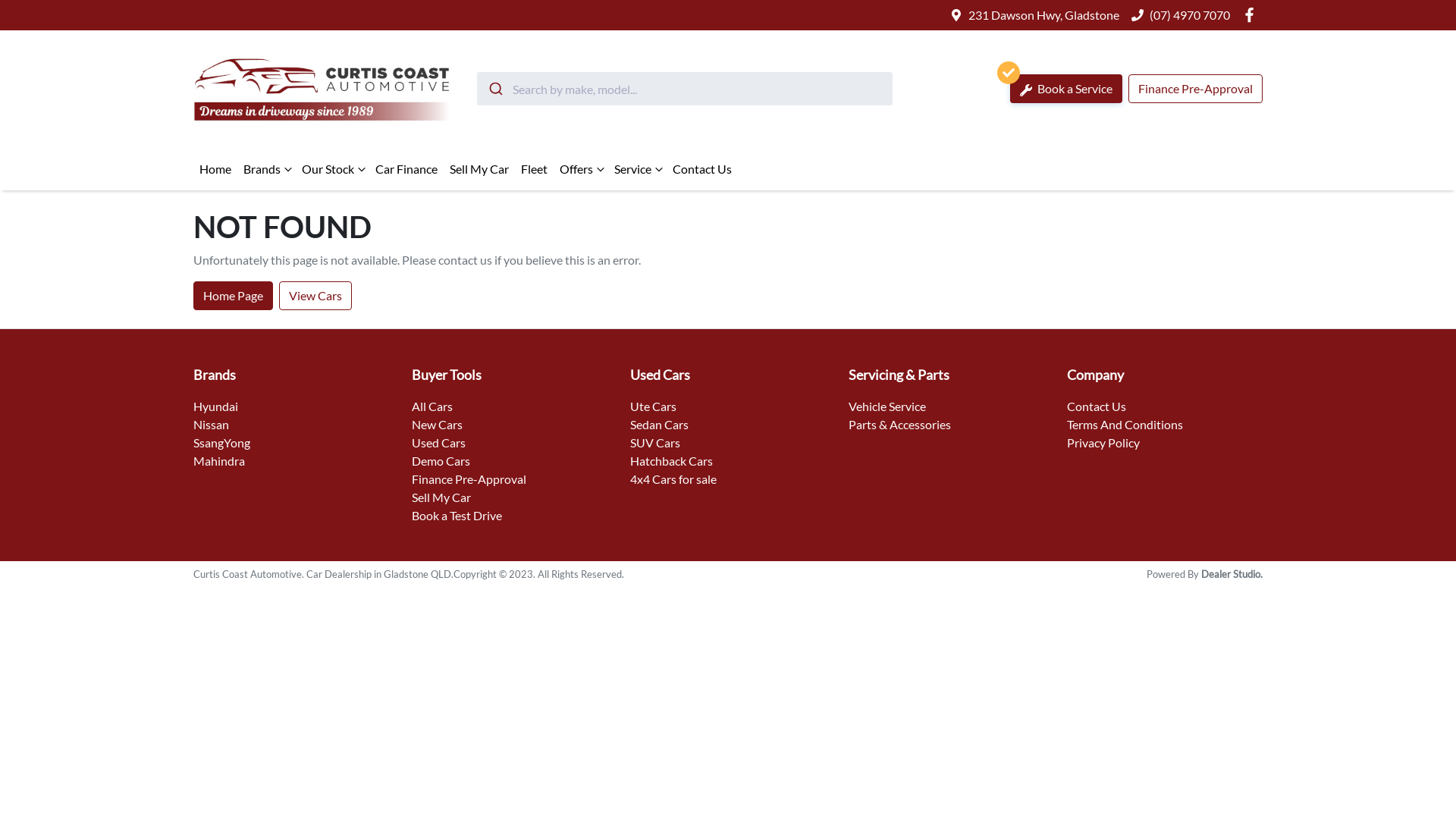 The image size is (1456, 819). Describe the element at coordinates (192, 442) in the screenshot. I see `'SsangYong'` at that location.